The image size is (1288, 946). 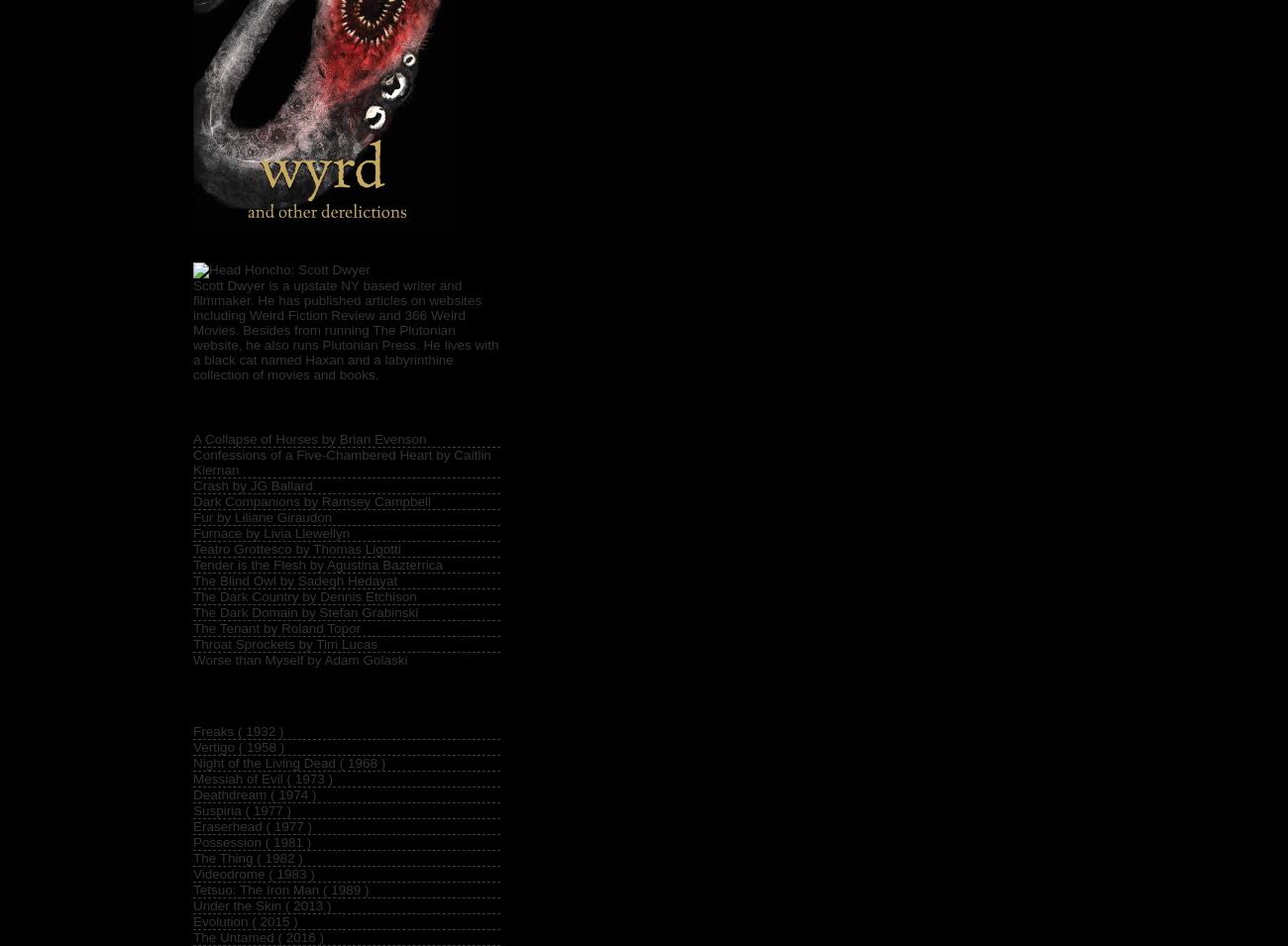 I want to click on 'Vertigo ( 1958 )', so click(x=238, y=745).